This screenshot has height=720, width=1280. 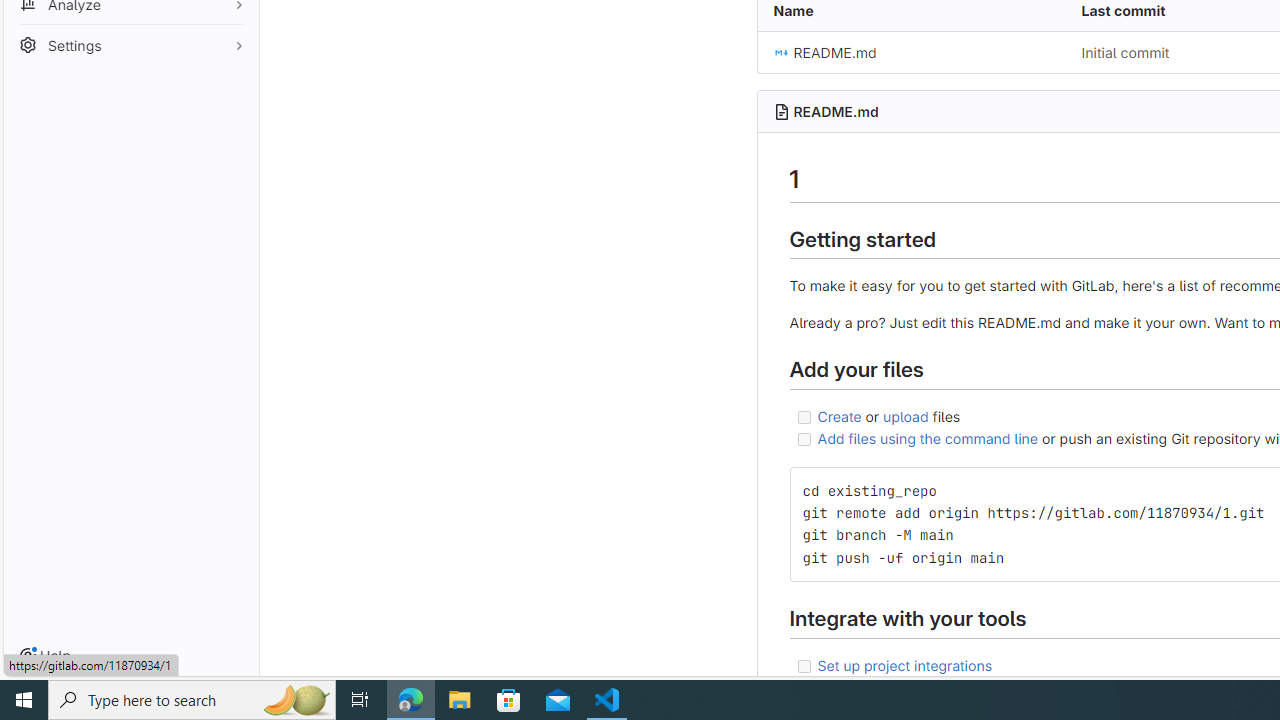 I want to click on 'Add files using the command line', so click(x=927, y=437).